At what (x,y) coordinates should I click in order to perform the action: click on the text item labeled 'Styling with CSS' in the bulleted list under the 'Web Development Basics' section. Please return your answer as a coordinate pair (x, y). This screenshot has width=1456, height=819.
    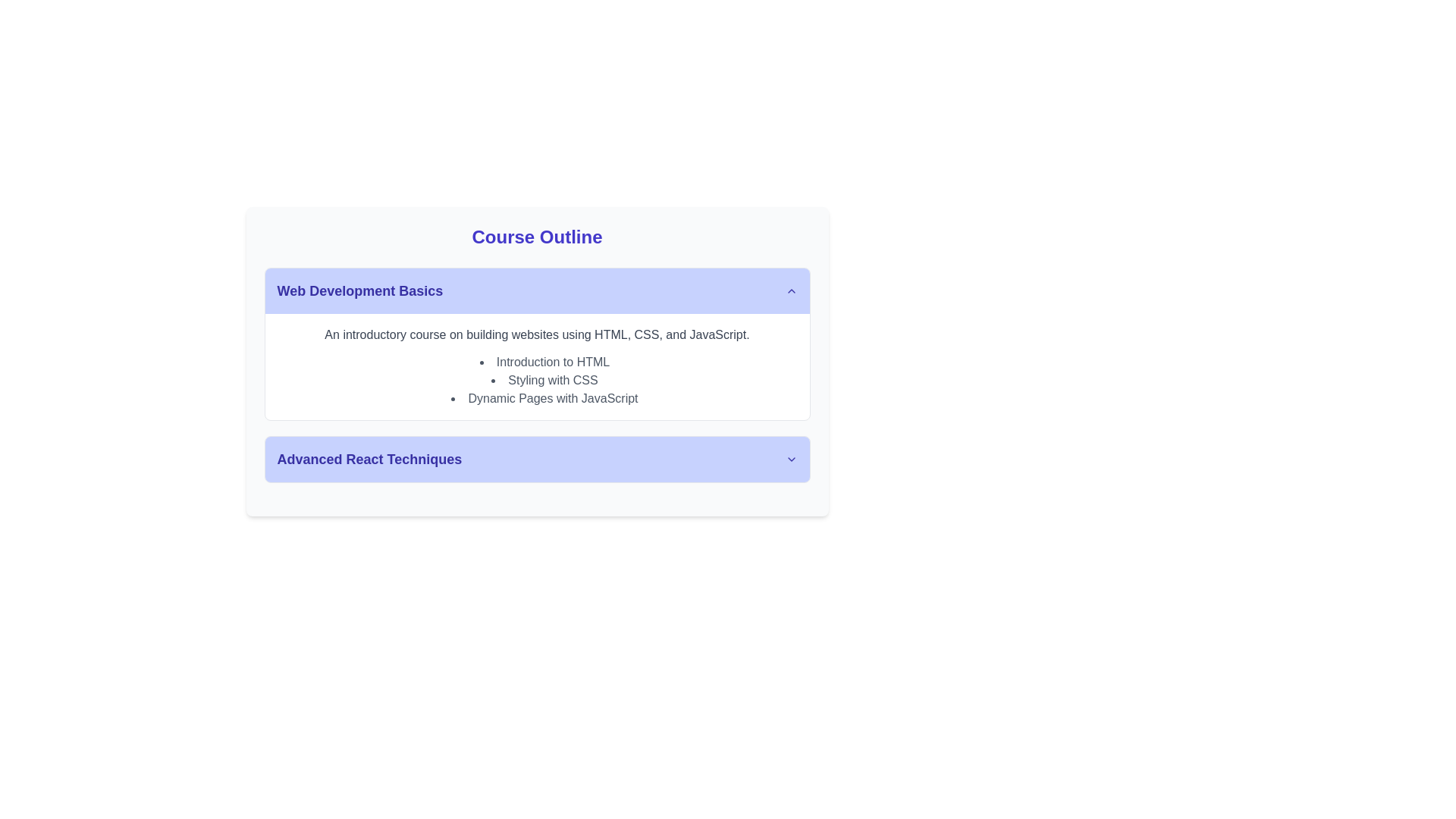
    Looking at the image, I should click on (544, 379).